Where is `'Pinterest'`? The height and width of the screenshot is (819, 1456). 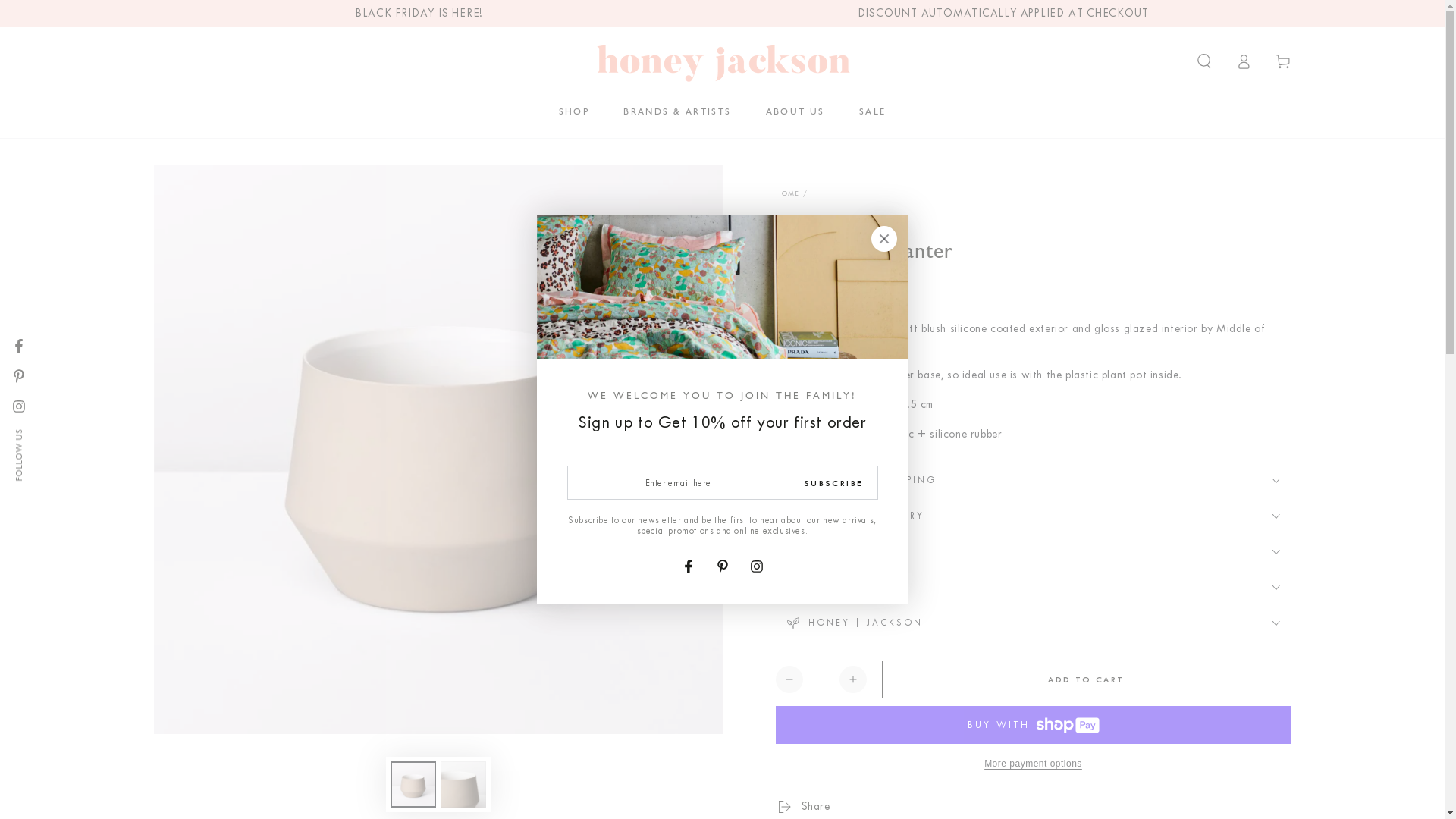
'Pinterest' is located at coordinates (720, 566).